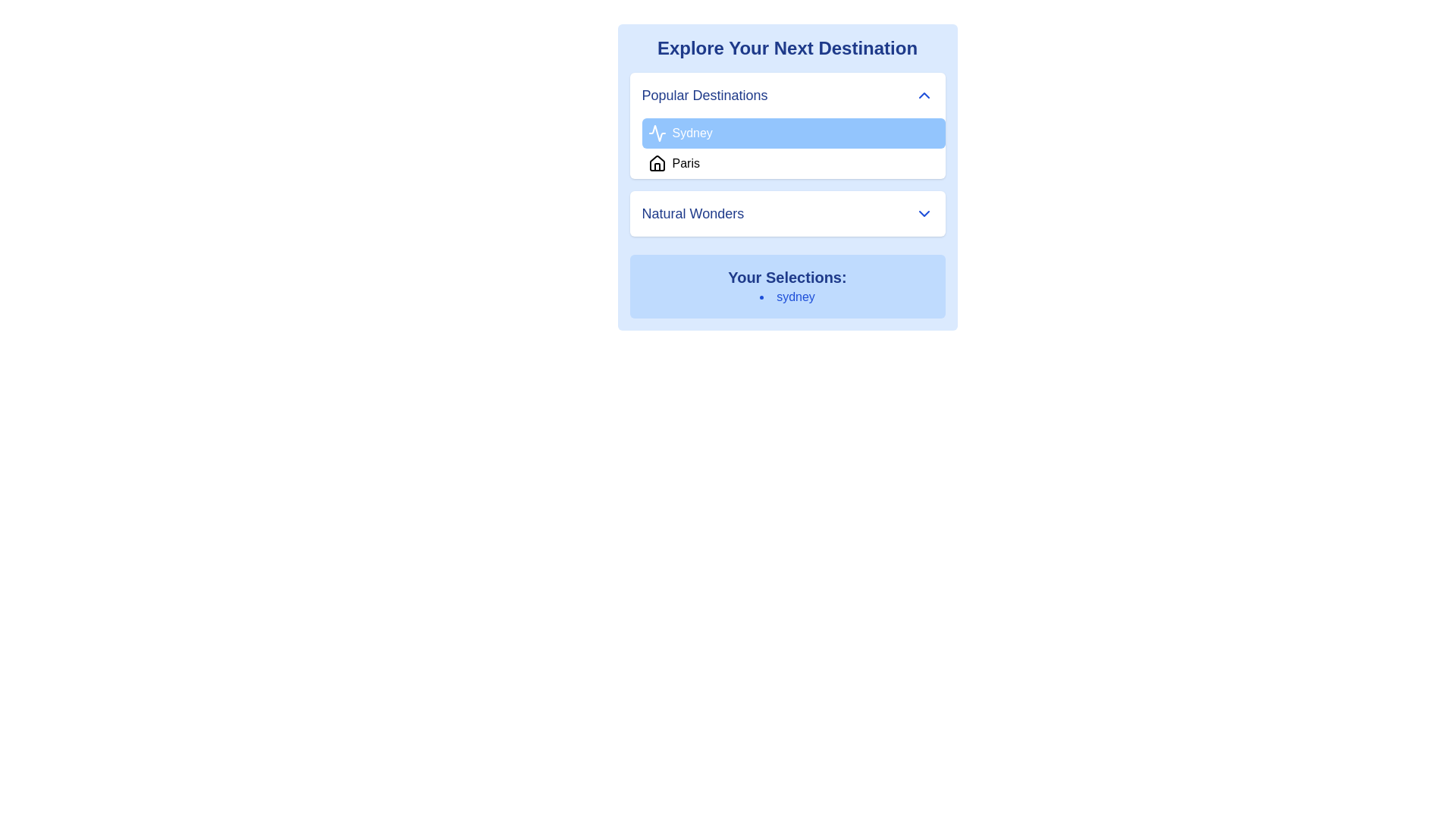  I want to click on the non-interactive display item that shows the selected option from the list, which is the second item under the title 'Your Selections:', so click(787, 297).